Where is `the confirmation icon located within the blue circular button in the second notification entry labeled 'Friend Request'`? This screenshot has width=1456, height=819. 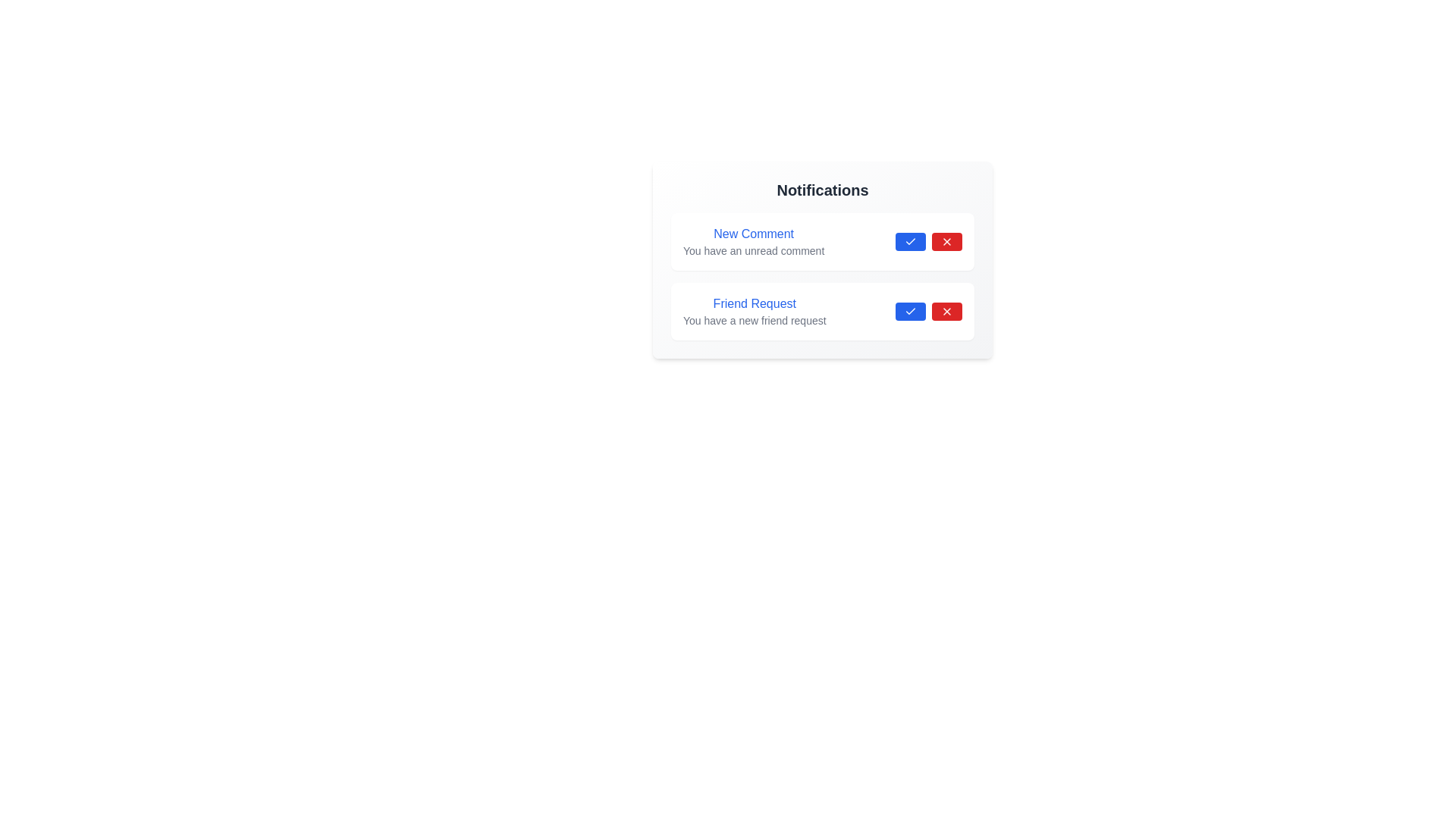
the confirmation icon located within the blue circular button in the second notification entry labeled 'Friend Request' is located at coordinates (910, 311).